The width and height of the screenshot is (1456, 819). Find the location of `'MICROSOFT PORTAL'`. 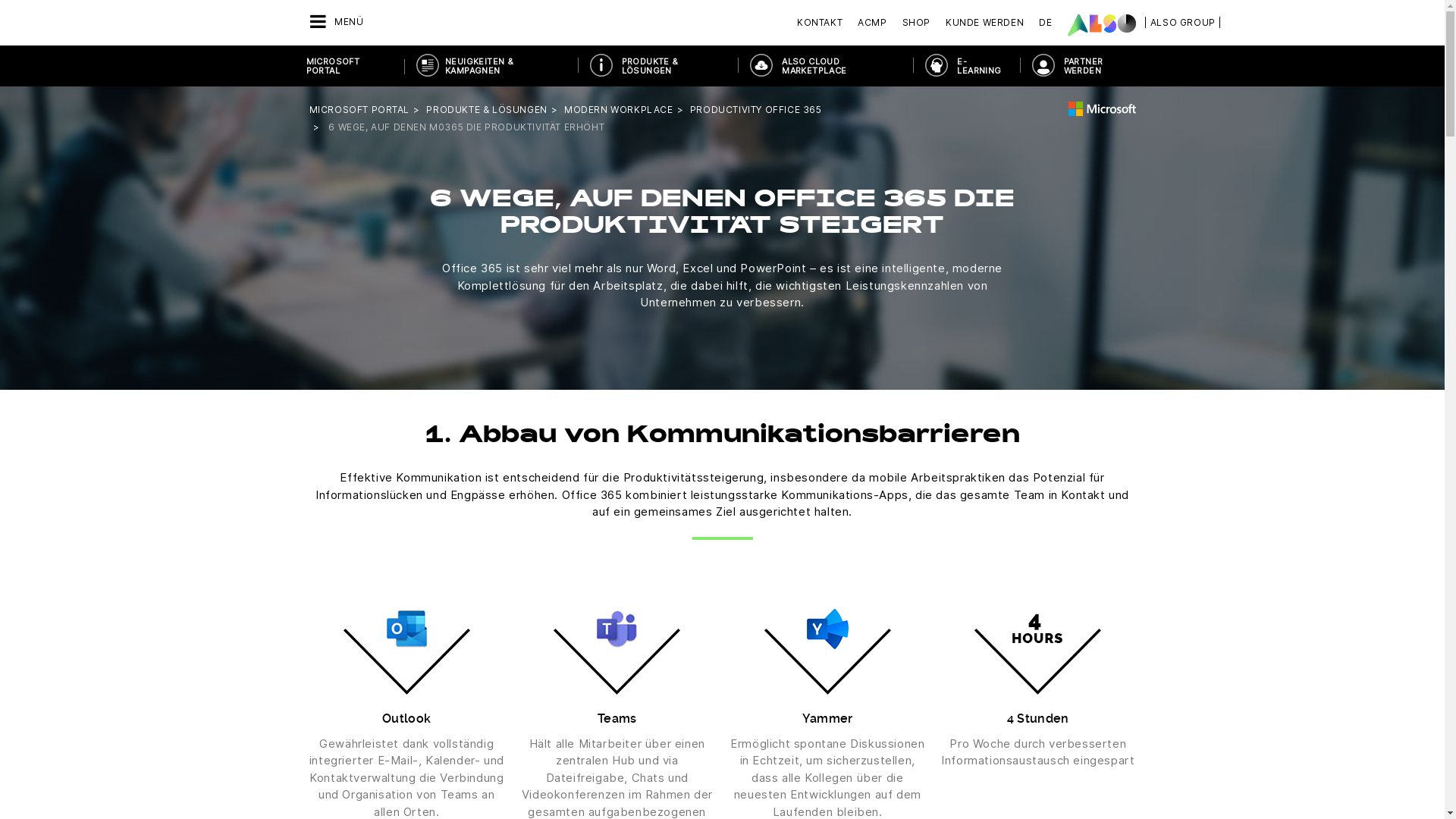

'MICROSOFT PORTAL' is located at coordinates (309, 108).